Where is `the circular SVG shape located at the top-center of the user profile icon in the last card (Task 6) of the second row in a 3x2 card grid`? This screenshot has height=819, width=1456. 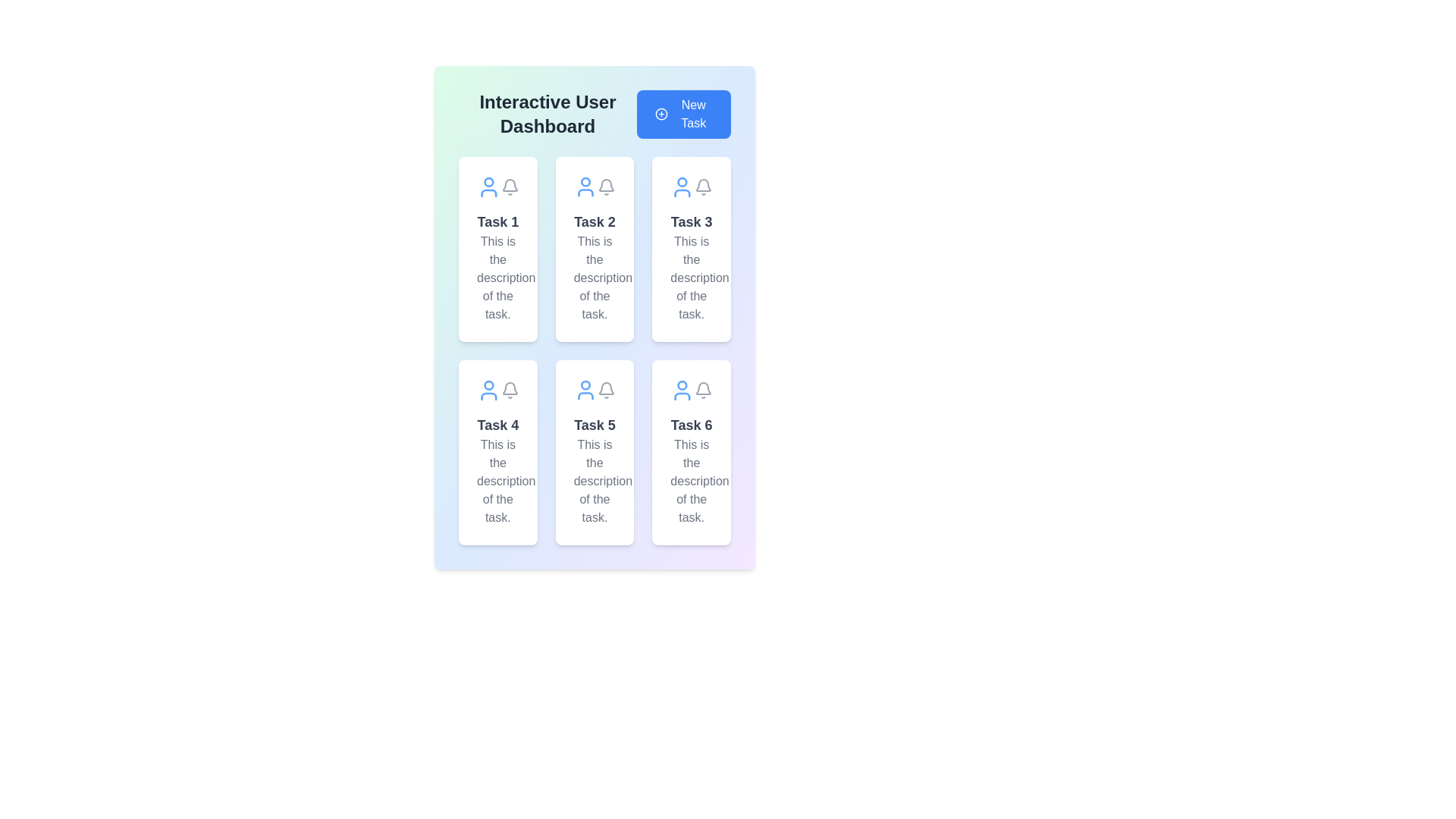
the circular SVG shape located at the top-center of the user profile icon in the last card (Task 6) of the second row in a 3x2 card grid is located at coordinates (682, 384).